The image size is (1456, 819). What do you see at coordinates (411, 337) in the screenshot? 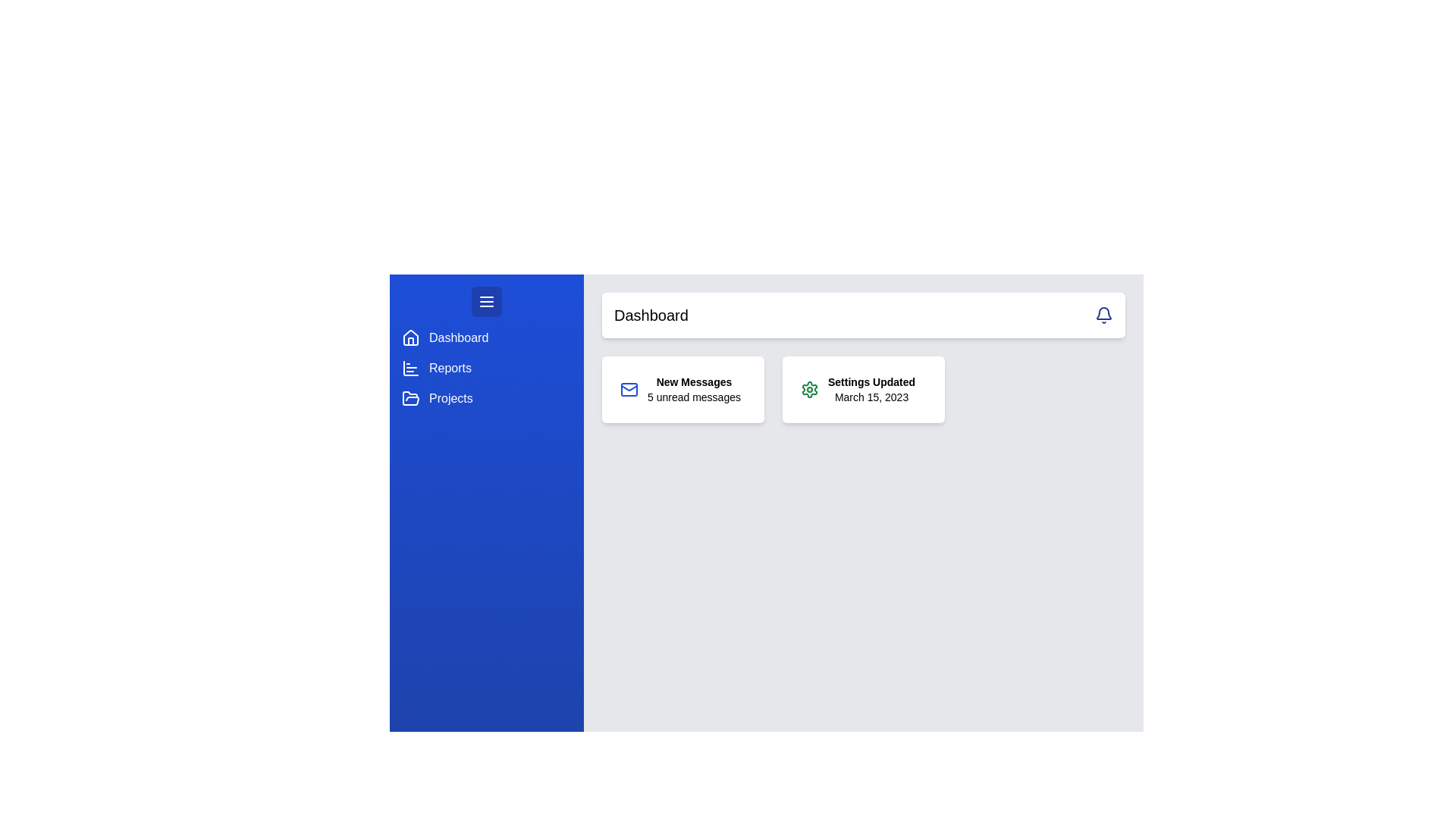
I see `the house-shaped icon with rounded edges located at the top of the blue sidebar menu next to the 'Dashboard' label` at bounding box center [411, 337].